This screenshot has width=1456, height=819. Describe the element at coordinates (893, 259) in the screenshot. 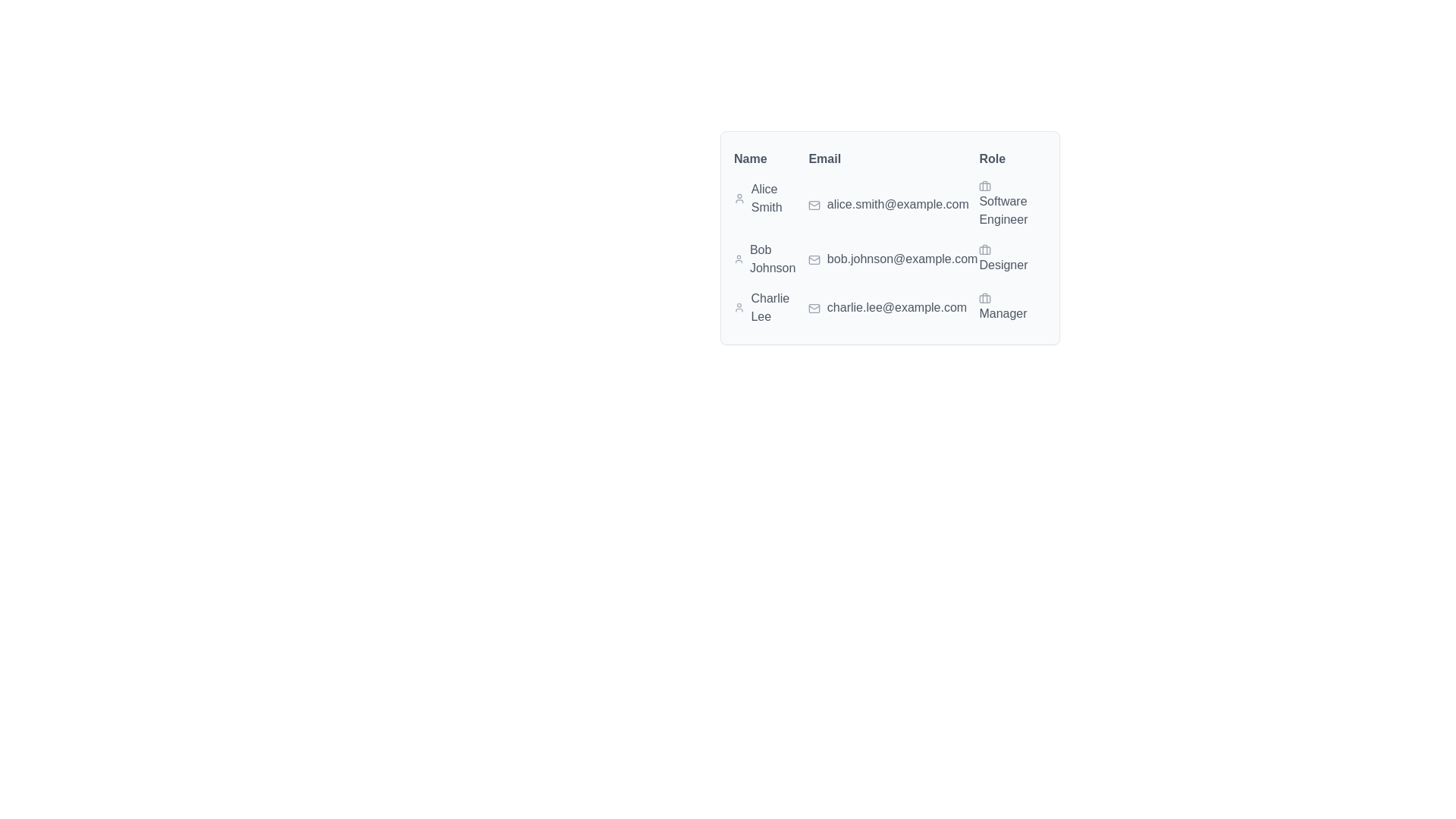

I see `the text display element that represents the email address 'bob.johnson@example.com' for the individual 'Bob Johnson' located` at that location.